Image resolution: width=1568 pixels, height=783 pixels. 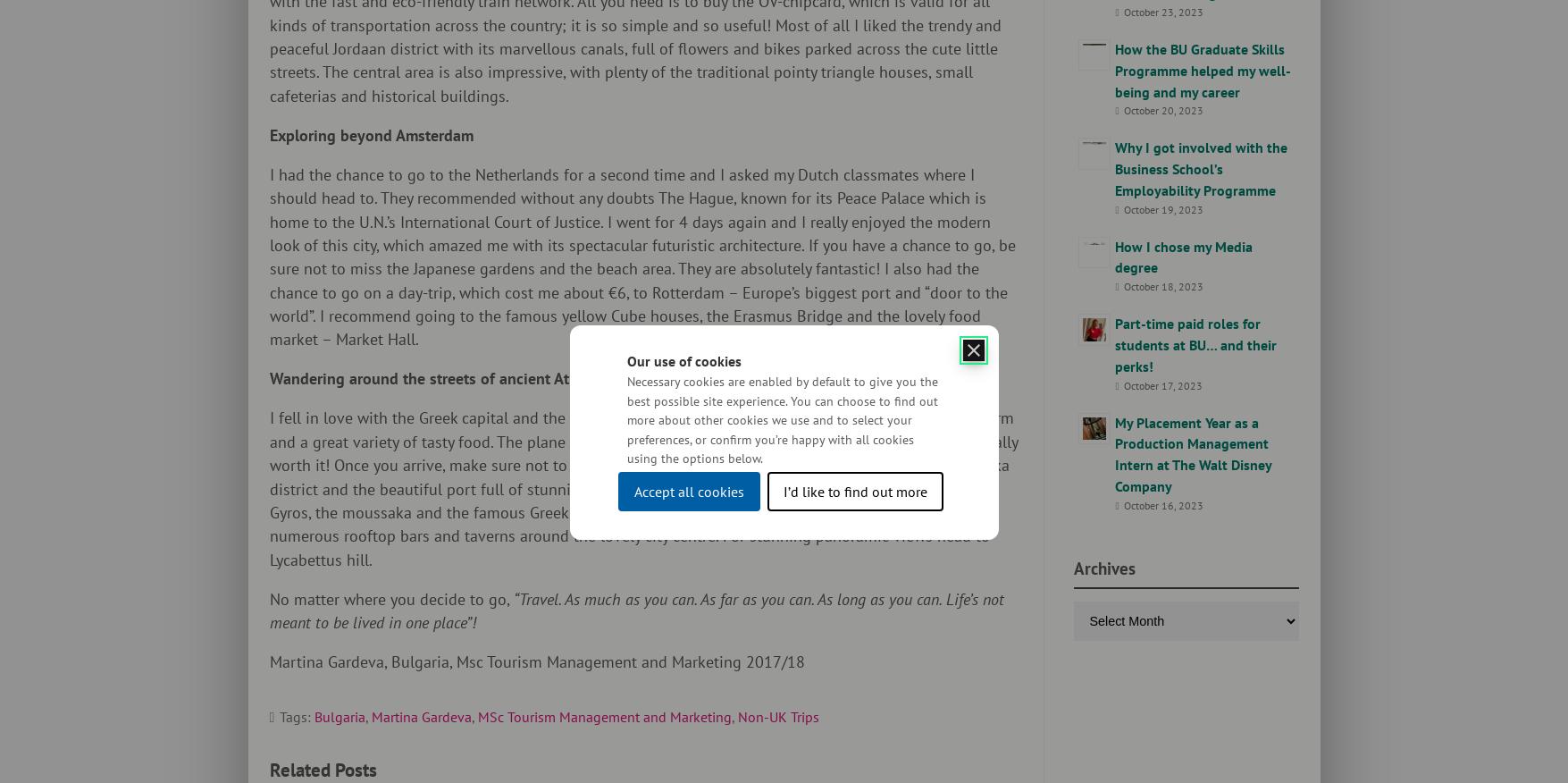 What do you see at coordinates (1195, 344) in the screenshot?
I see `'Part-time paid roles for students at BU… and their perks!'` at bounding box center [1195, 344].